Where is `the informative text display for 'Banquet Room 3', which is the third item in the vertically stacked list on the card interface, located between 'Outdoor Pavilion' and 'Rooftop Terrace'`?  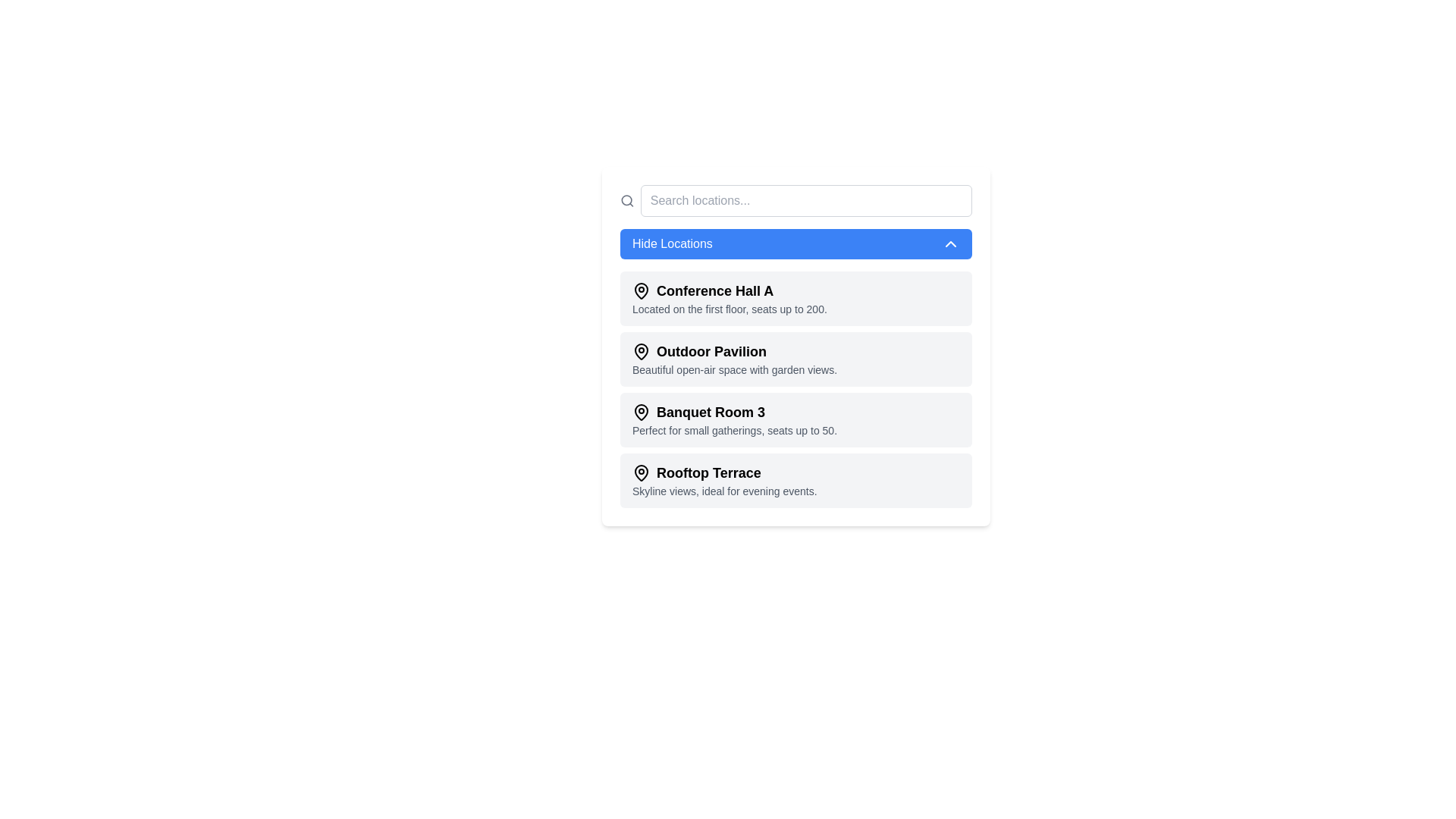
the informative text display for 'Banquet Room 3', which is the third item in the vertically stacked list on the card interface, located between 'Outdoor Pavilion' and 'Rooftop Terrace' is located at coordinates (735, 420).